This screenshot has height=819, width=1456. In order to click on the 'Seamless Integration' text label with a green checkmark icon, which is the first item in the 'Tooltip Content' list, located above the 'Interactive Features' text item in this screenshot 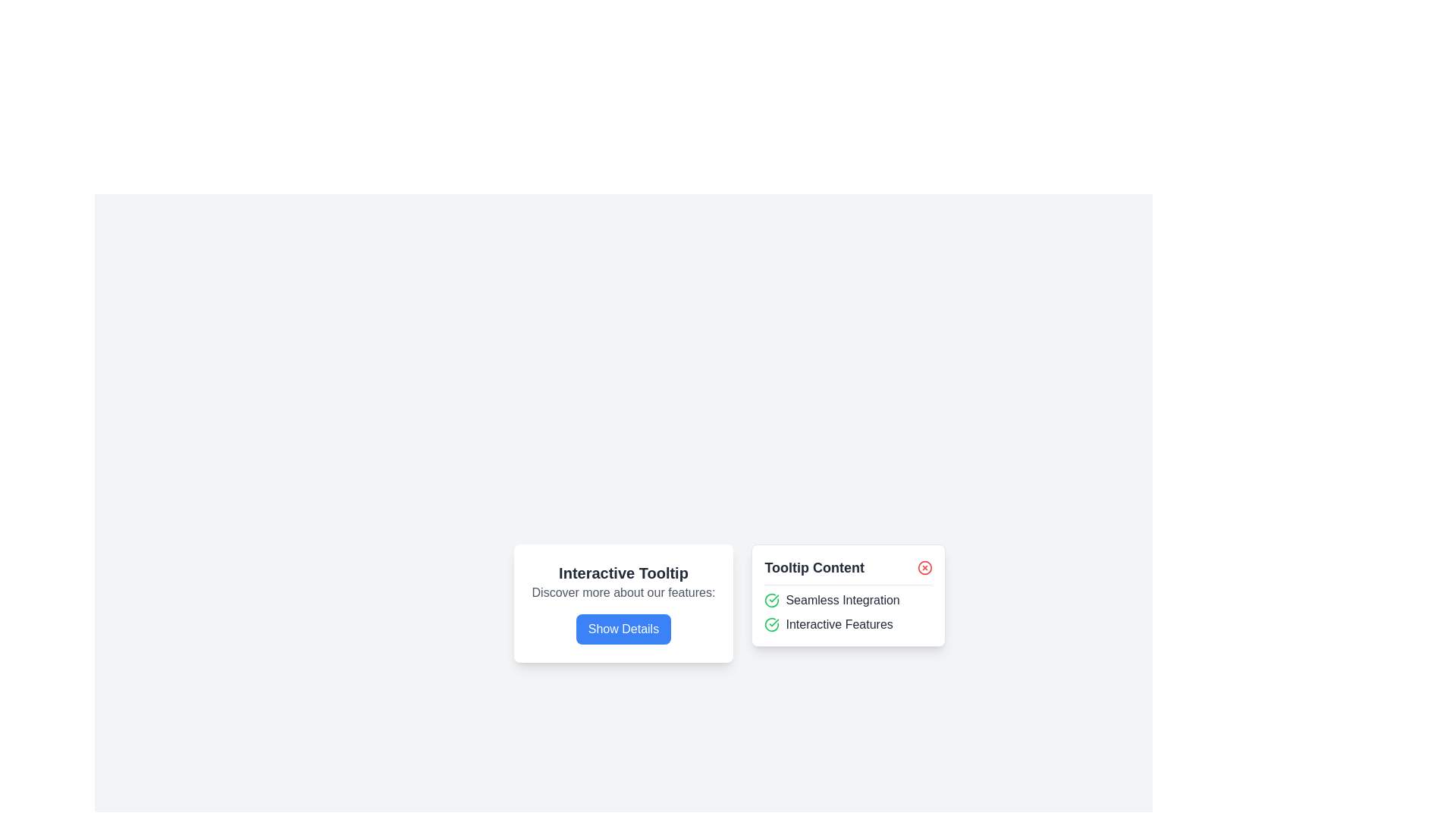, I will do `click(848, 599)`.